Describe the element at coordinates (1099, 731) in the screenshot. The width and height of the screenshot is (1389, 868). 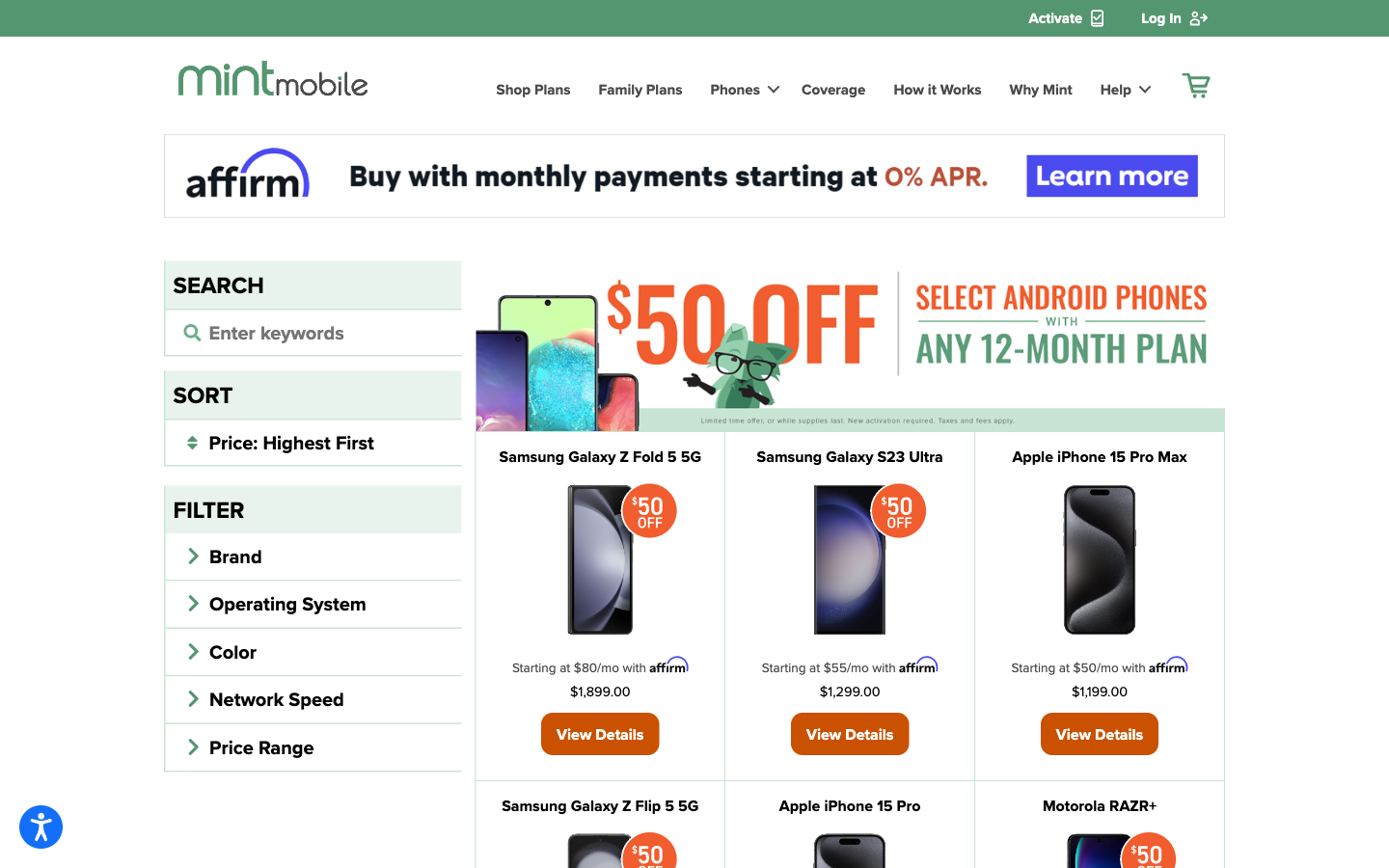
I see `Check Apple iPhone 15 Pro Max Phone` at that location.